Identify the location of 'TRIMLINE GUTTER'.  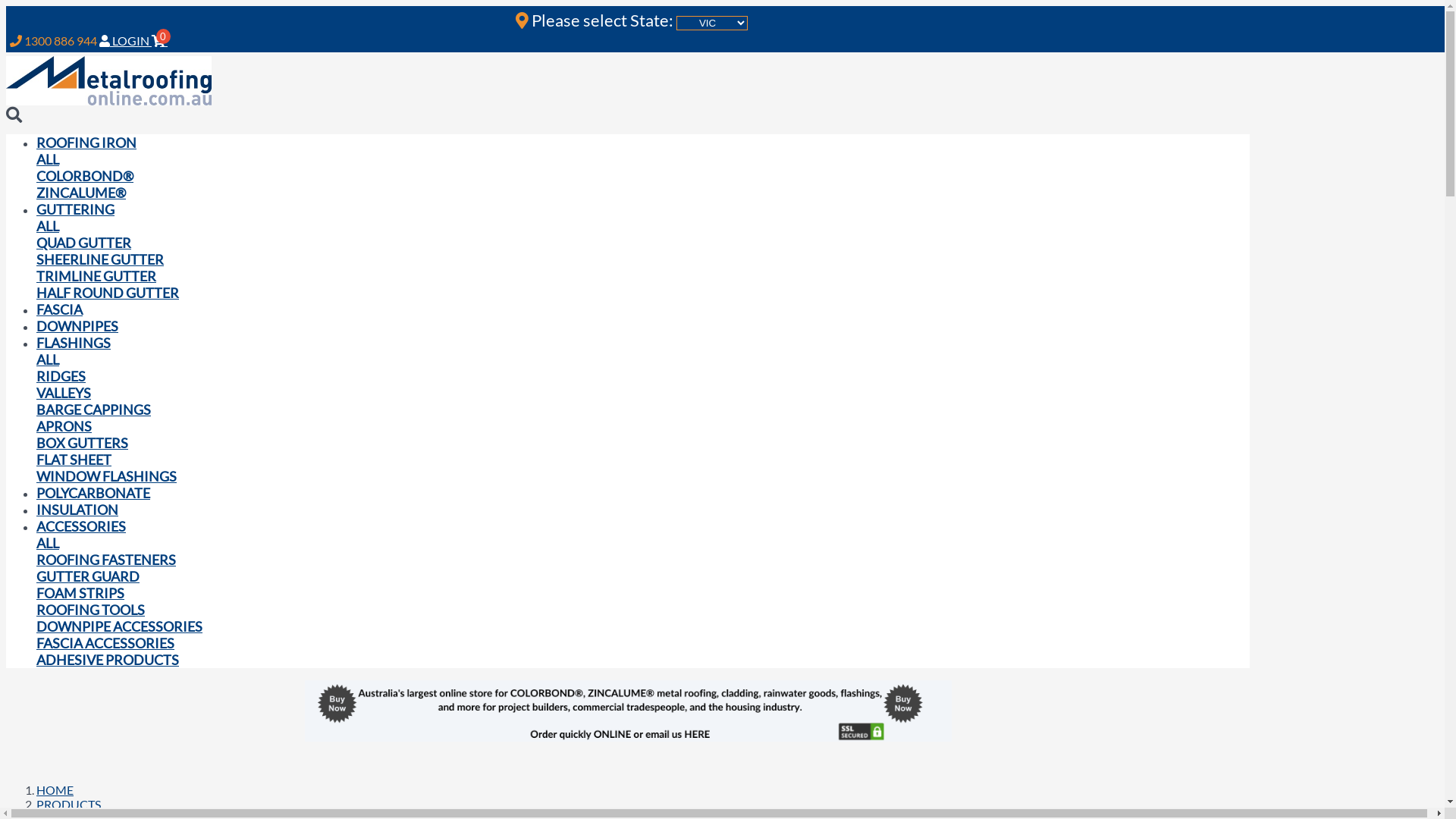
(95, 275).